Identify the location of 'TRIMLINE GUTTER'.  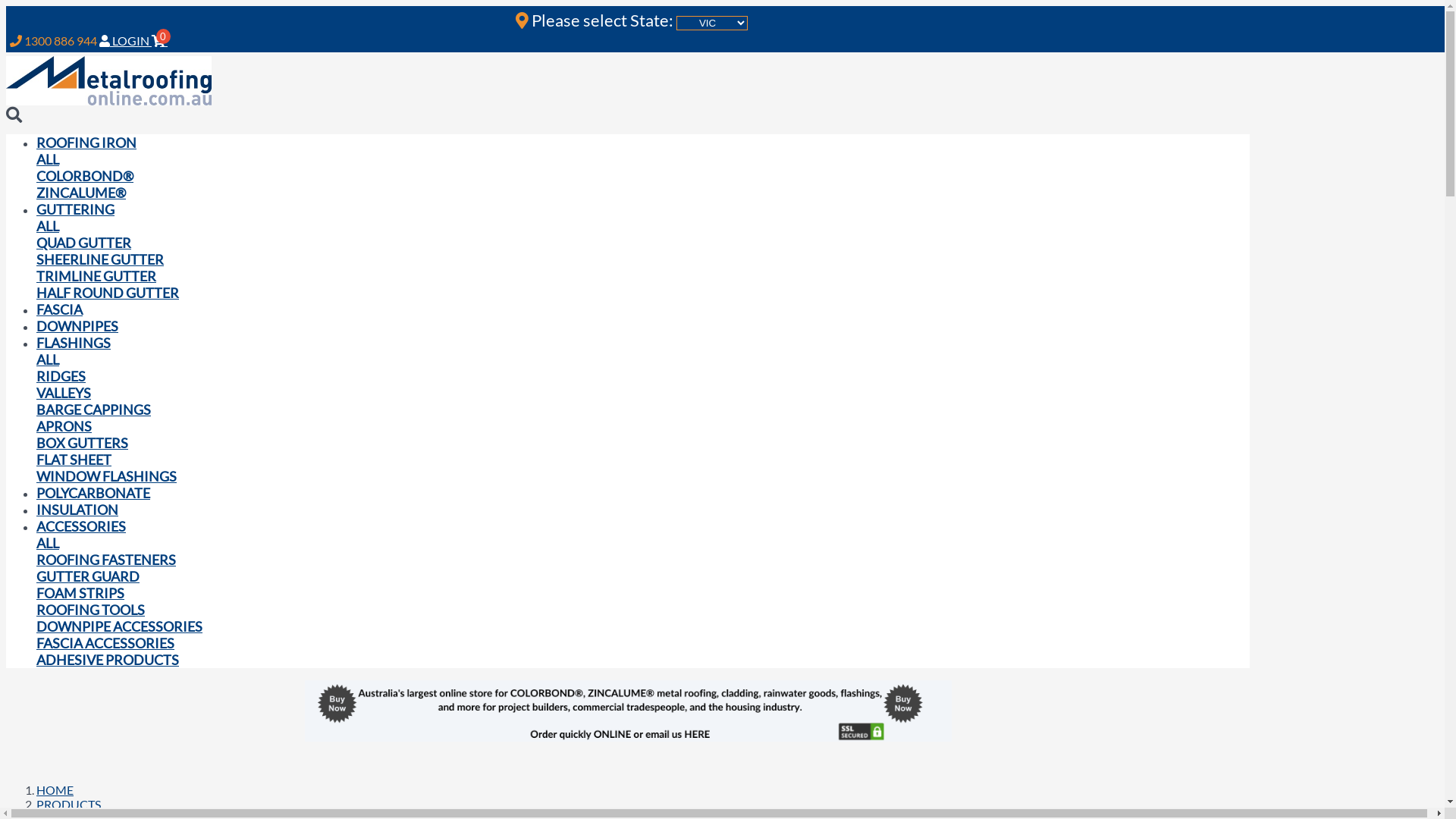
(95, 275).